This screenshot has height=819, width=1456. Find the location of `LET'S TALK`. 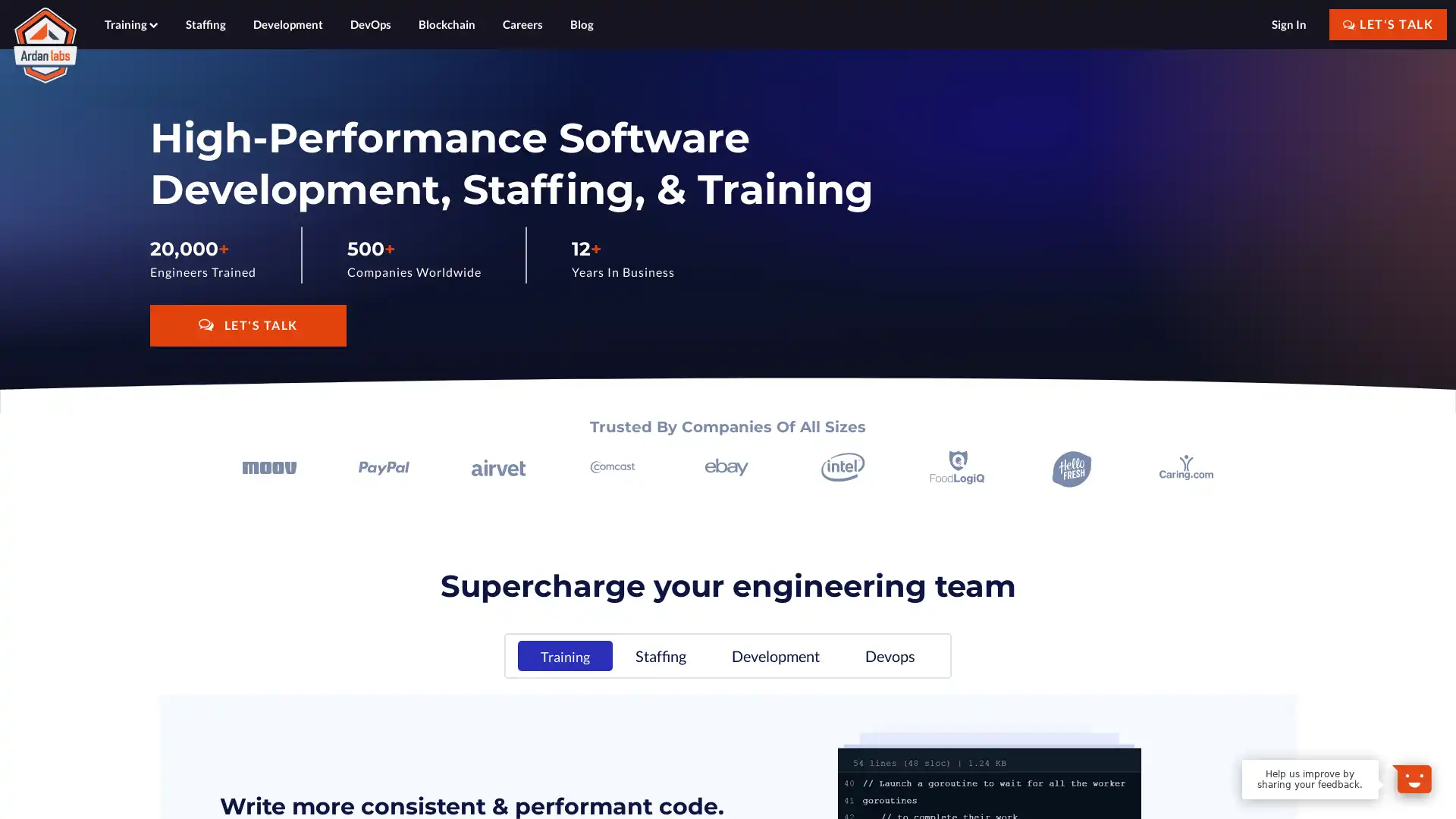

LET'S TALK is located at coordinates (1388, 24).